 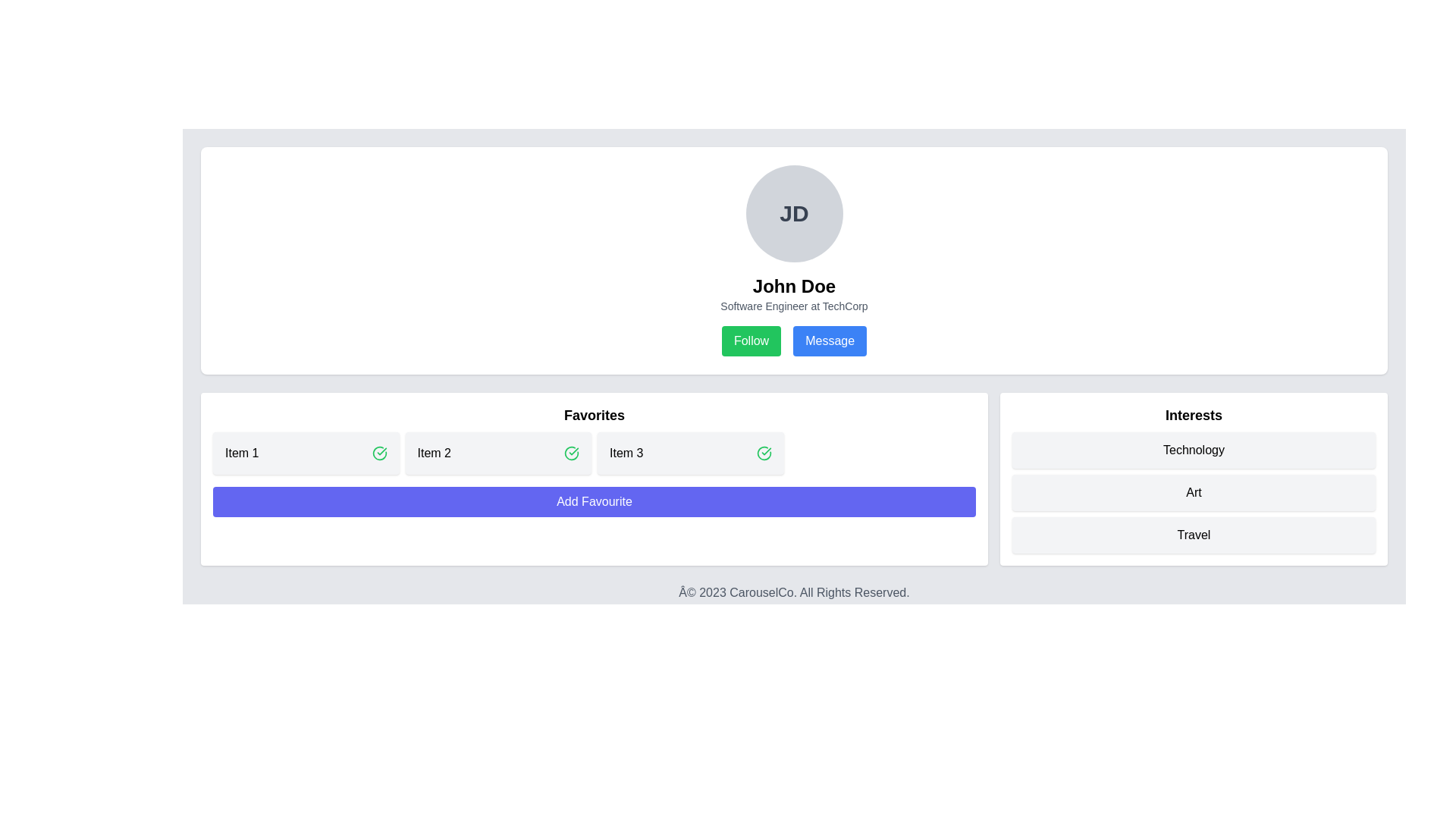 I want to click on the rectangular button with a blue background and white text labeled 'Message', so click(x=829, y=341).